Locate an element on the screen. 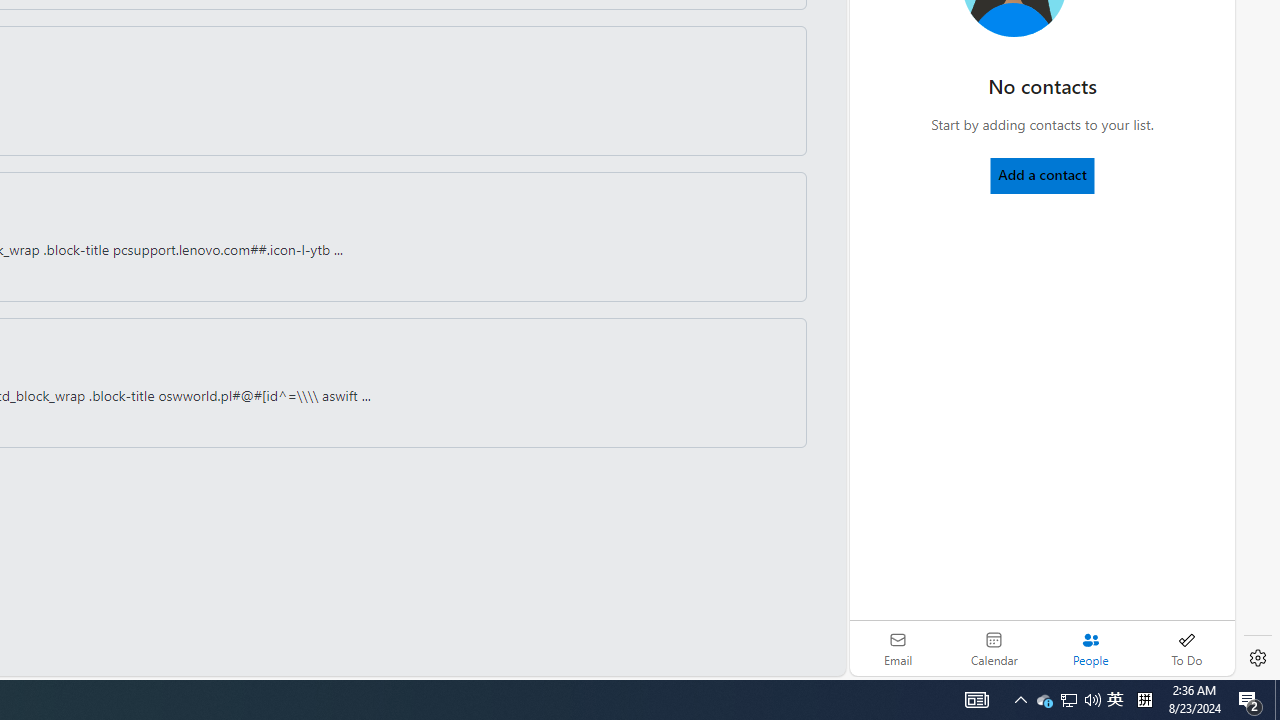 This screenshot has height=720, width=1280. 'To Do' is located at coordinates (1186, 648).